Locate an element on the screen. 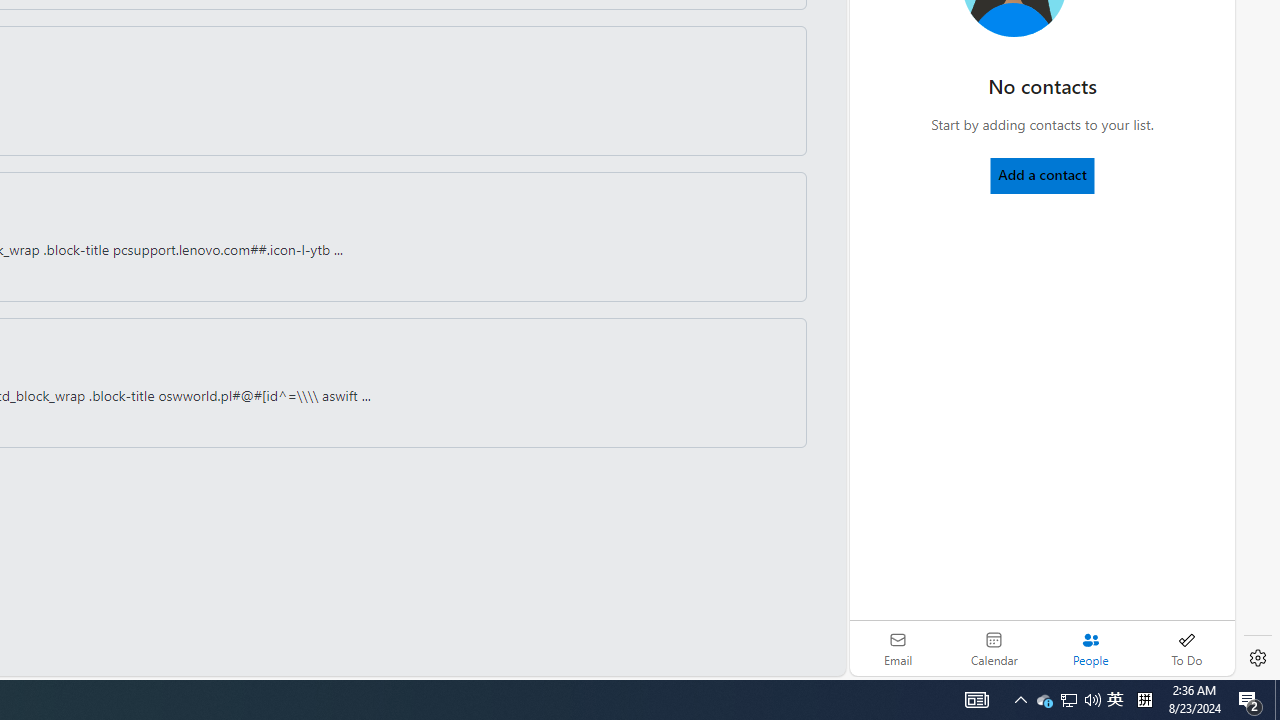 This screenshot has height=720, width=1280. 'To Do' is located at coordinates (1186, 648).